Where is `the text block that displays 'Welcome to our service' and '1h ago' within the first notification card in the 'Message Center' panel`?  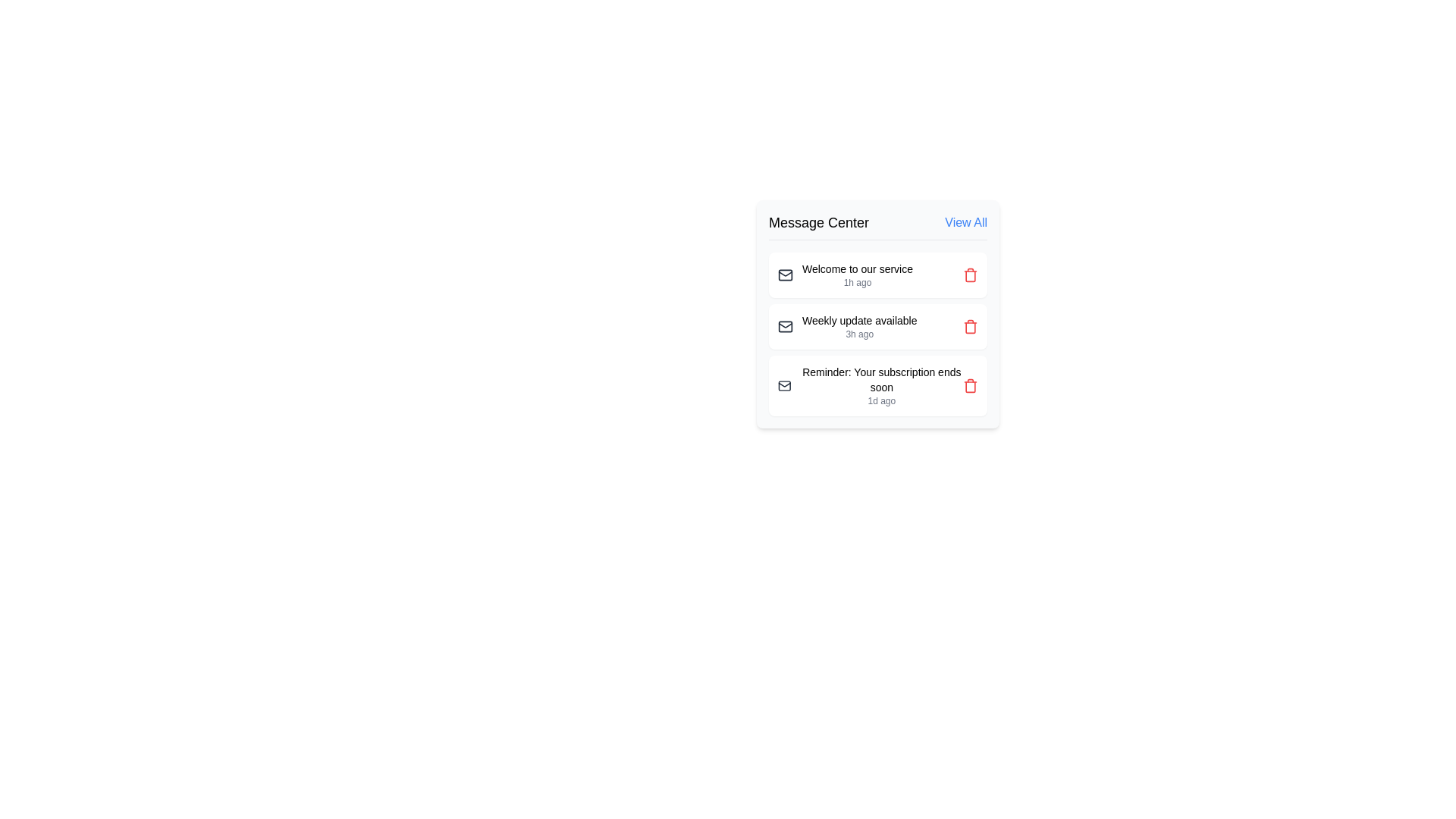 the text block that displays 'Welcome to our service' and '1h ago' within the first notification card in the 'Message Center' panel is located at coordinates (858, 275).